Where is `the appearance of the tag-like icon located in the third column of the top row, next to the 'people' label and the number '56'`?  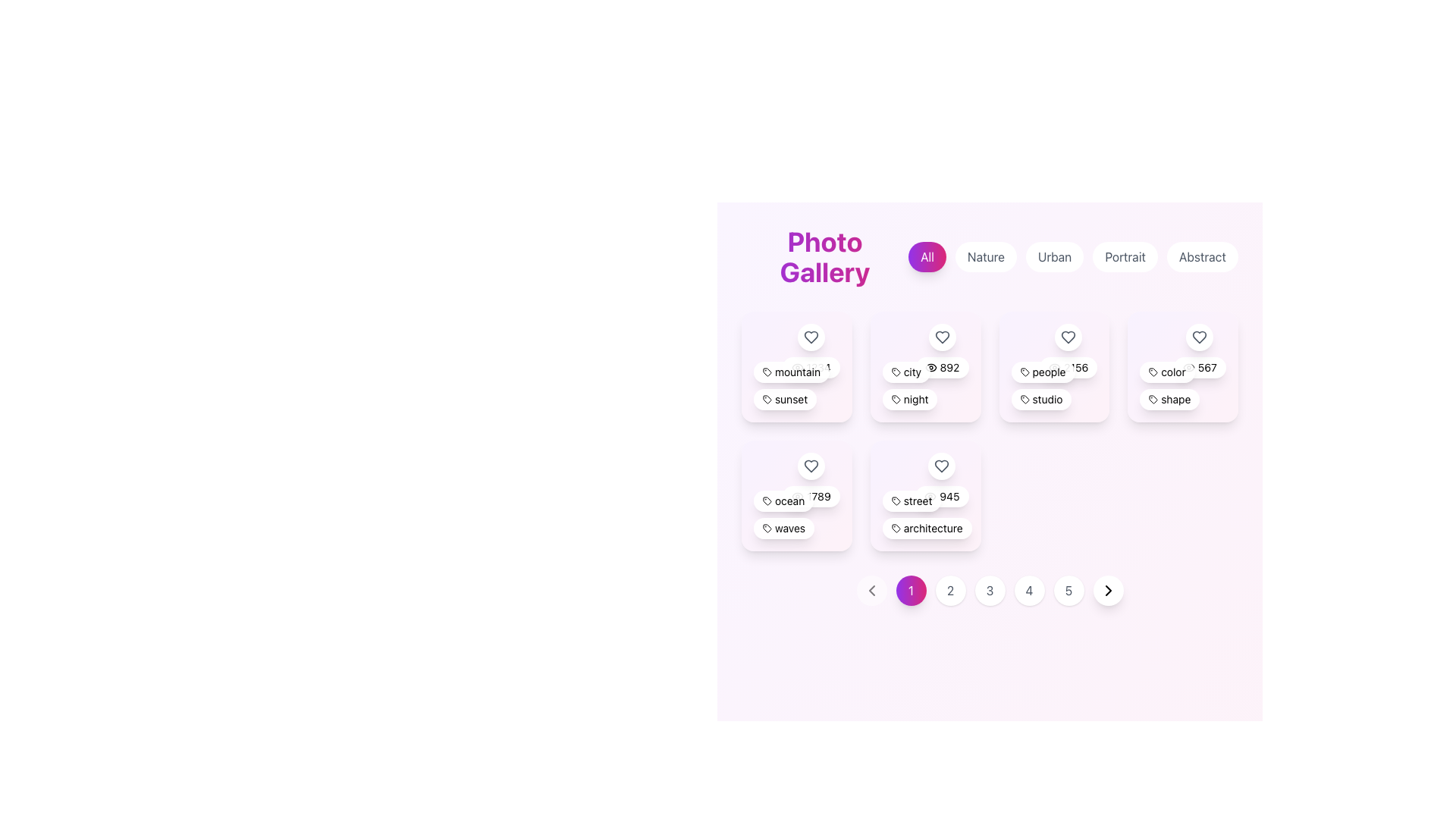
the appearance of the tag-like icon located in the third column of the top row, next to the 'people' label and the number '56' is located at coordinates (1025, 398).